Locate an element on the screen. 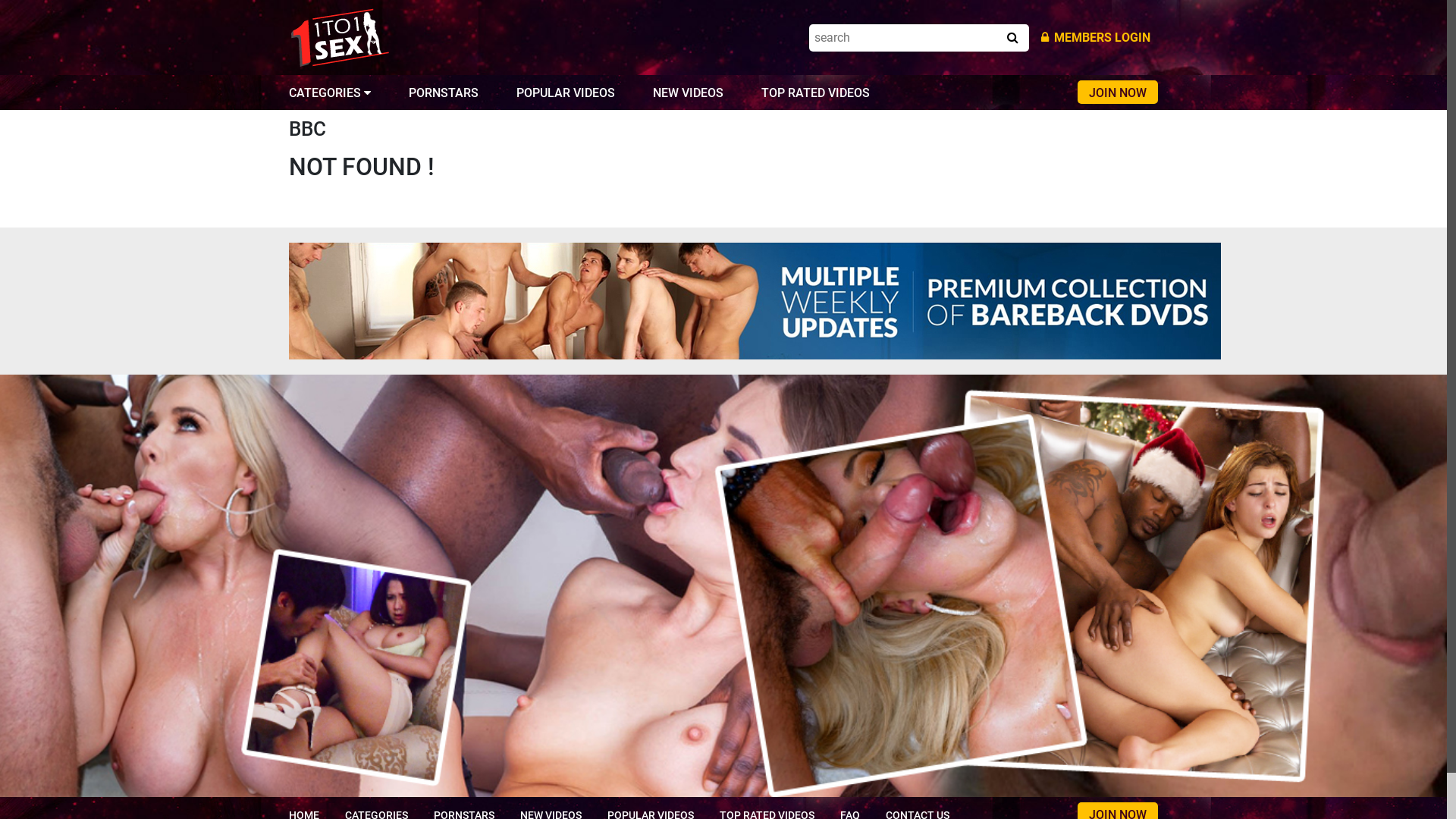 The height and width of the screenshot is (819, 1456). 'PORNSTARS' is located at coordinates (443, 93).